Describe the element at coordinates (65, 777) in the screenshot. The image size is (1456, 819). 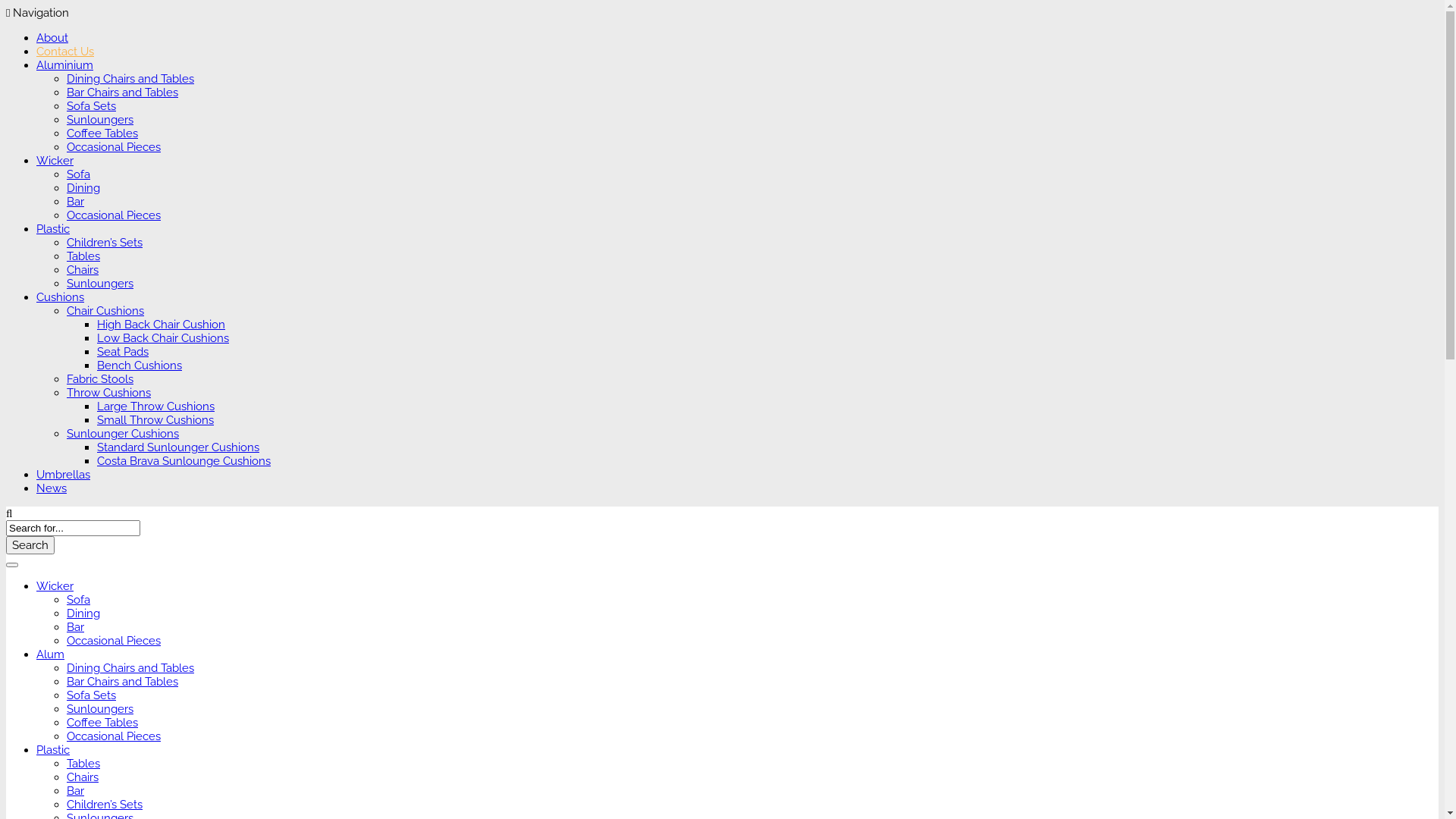
I see `'Chairs'` at that location.